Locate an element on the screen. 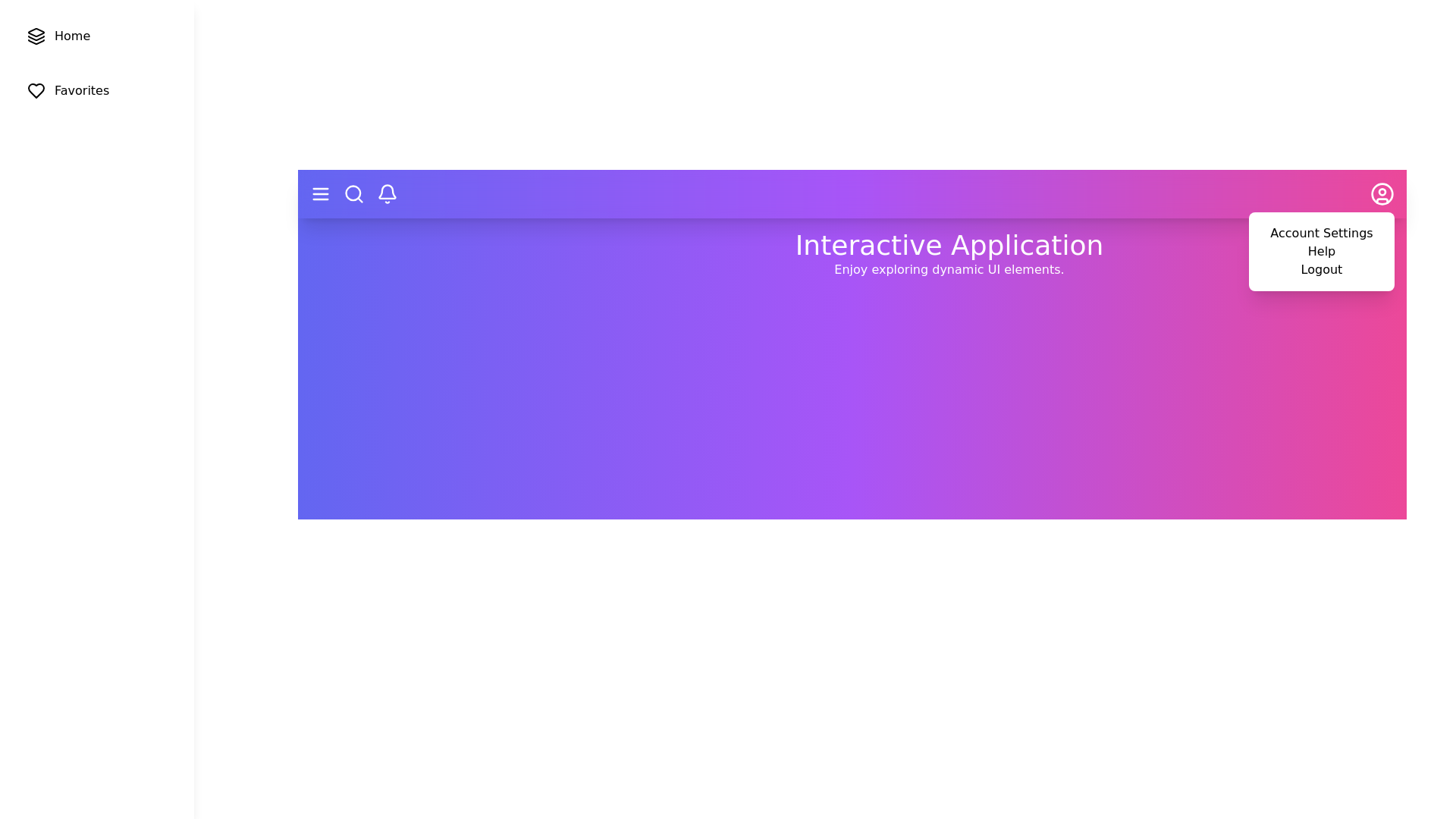 Image resolution: width=1456 pixels, height=819 pixels. the Logout option from the dropdown menu is located at coordinates (1320, 268).